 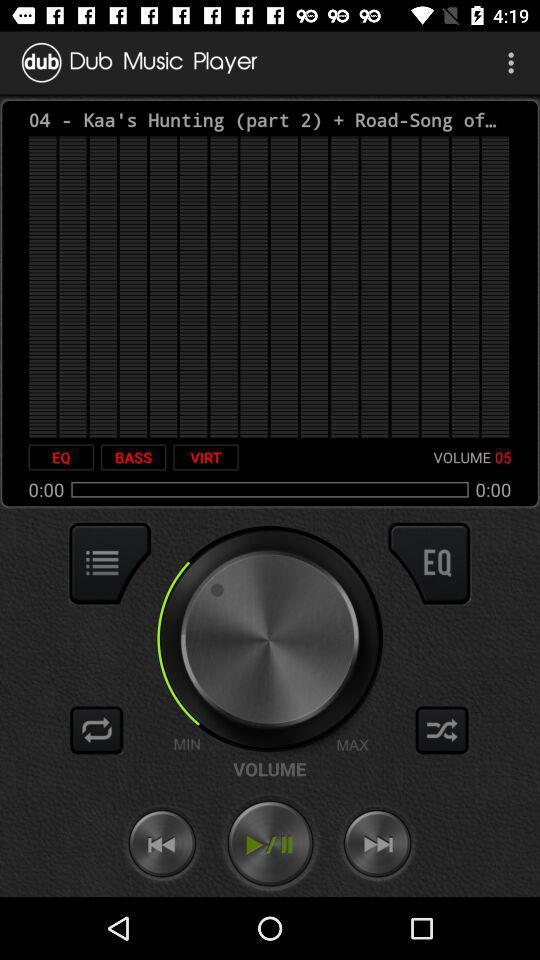 I want to click on the  bass  item, so click(x=133, y=457).